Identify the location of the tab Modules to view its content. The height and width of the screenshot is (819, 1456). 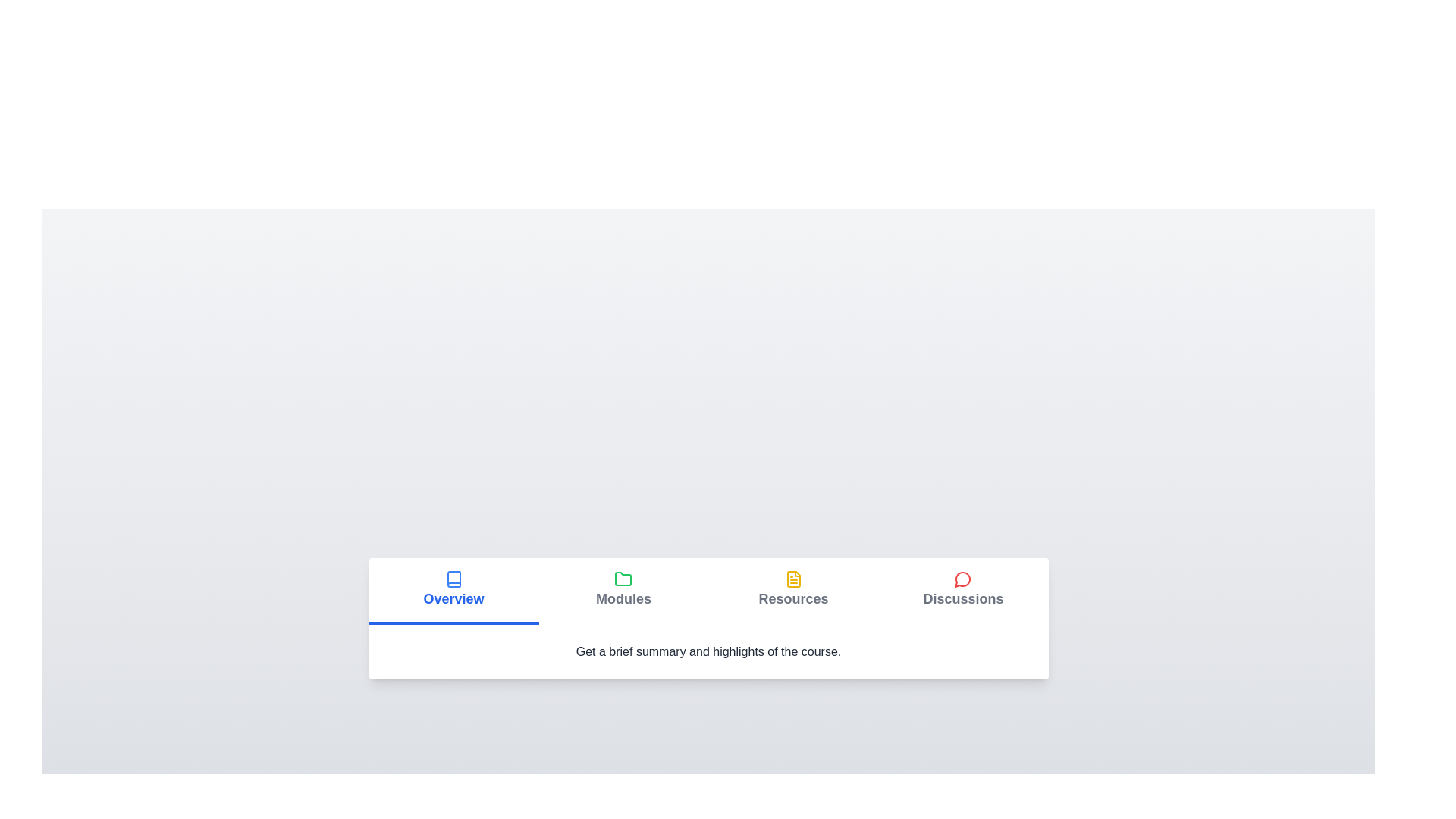
(623, 590).